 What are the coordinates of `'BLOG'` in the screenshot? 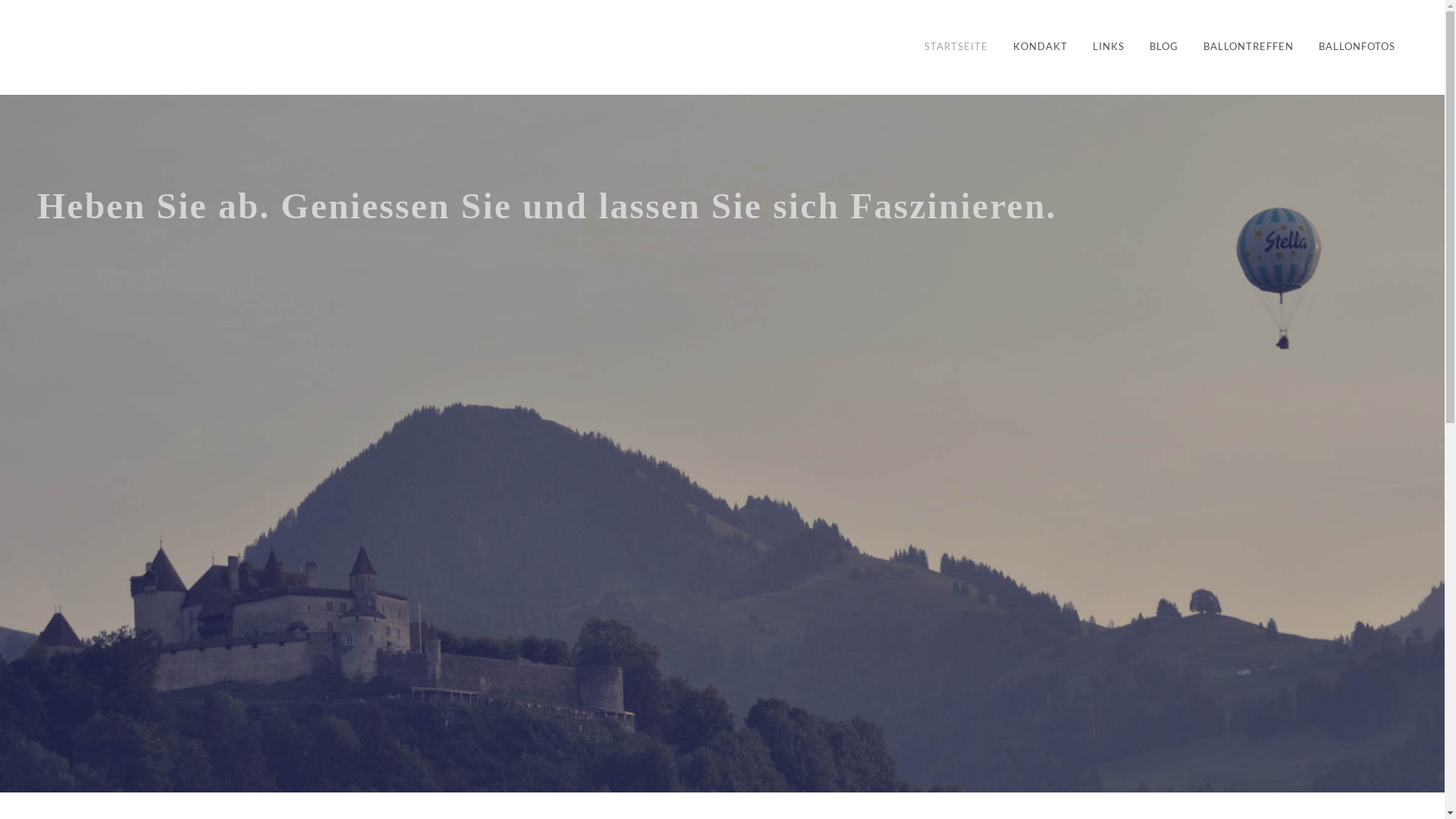 It's located at (1163, 46).